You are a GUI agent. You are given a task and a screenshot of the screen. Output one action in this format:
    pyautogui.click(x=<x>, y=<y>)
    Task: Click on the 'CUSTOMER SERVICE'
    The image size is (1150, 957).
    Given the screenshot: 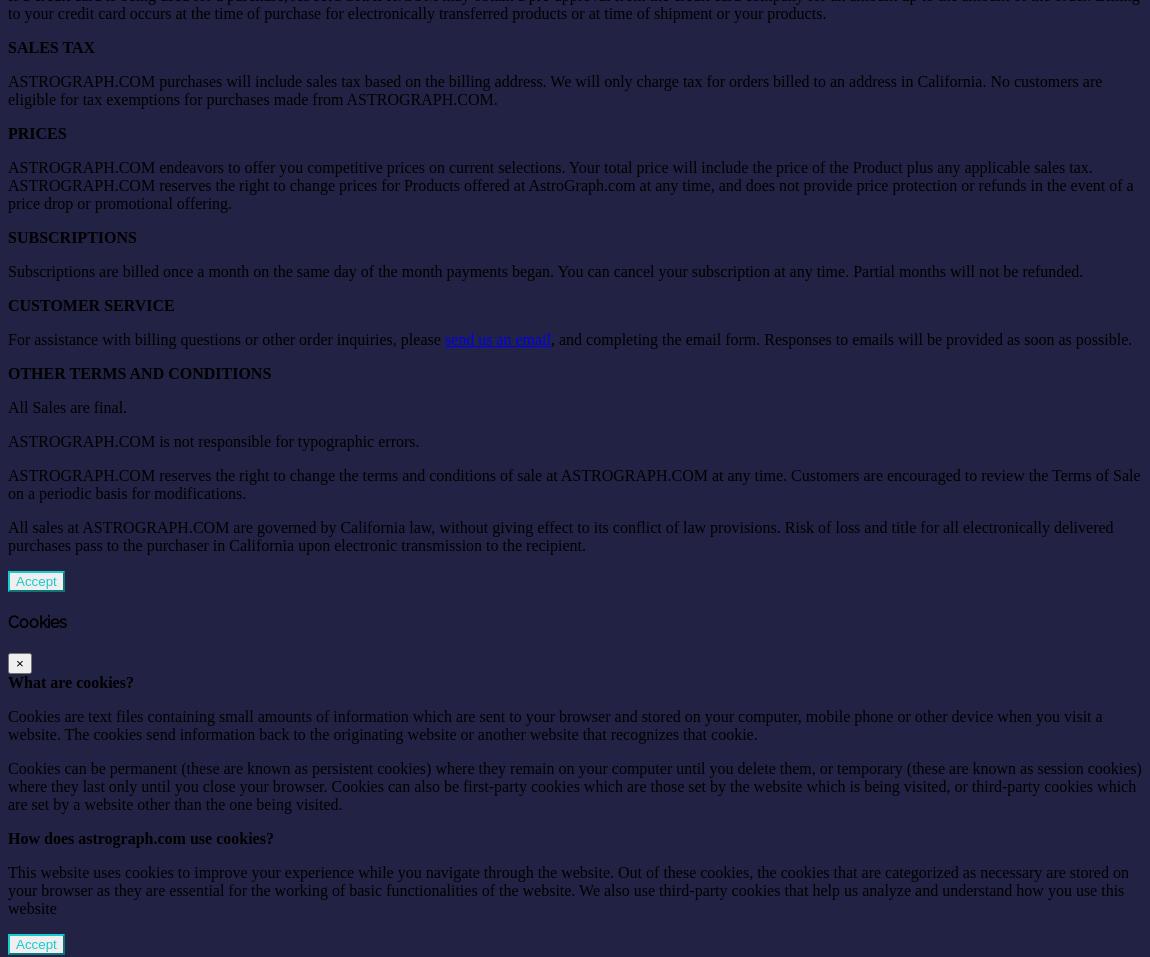 What is the action you would take?
    pyautogui.click(x=89, y=304)
    